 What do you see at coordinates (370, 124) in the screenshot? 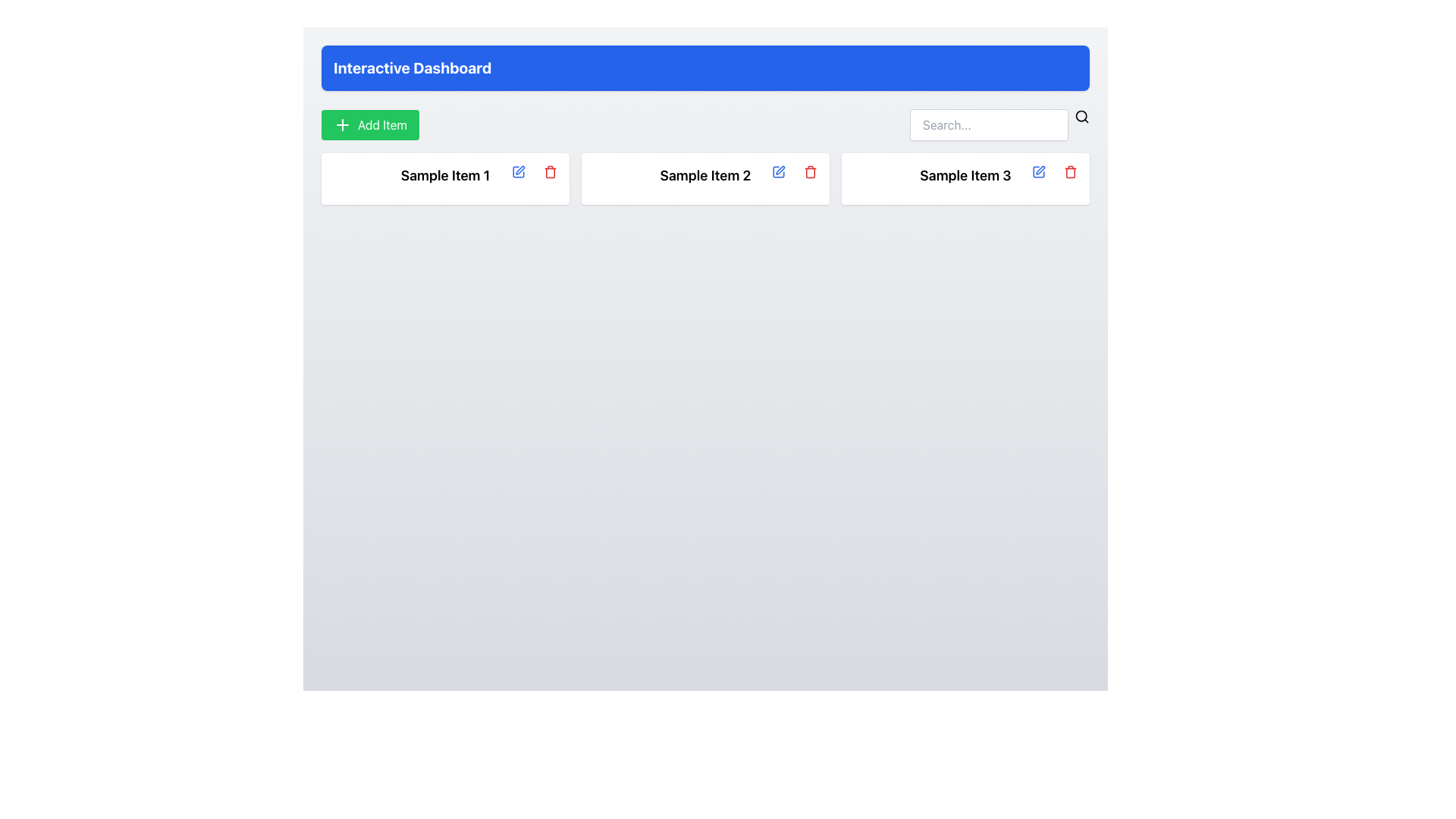
I see `the bright green 'Add Item' button with a white '+' icon and text` at bounding box center [370, 124].